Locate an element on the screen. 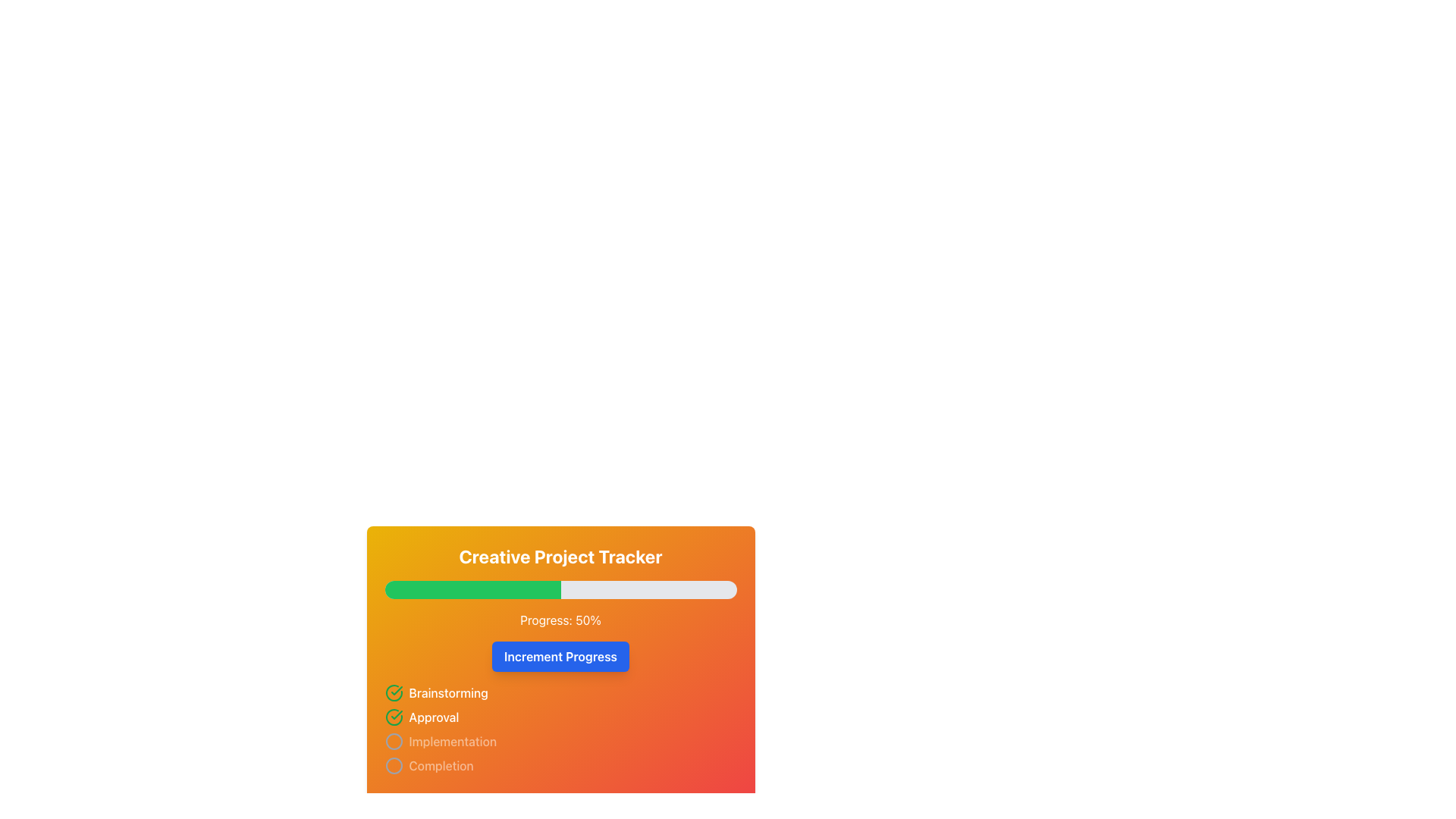 The width and height of the screenshot is (1456, 819). the inner circle visual indicator that represents a bullet point in the 'Implementation' row of the progression list, located under the 'Increment Progress' button is located at coordinates (394, 741).